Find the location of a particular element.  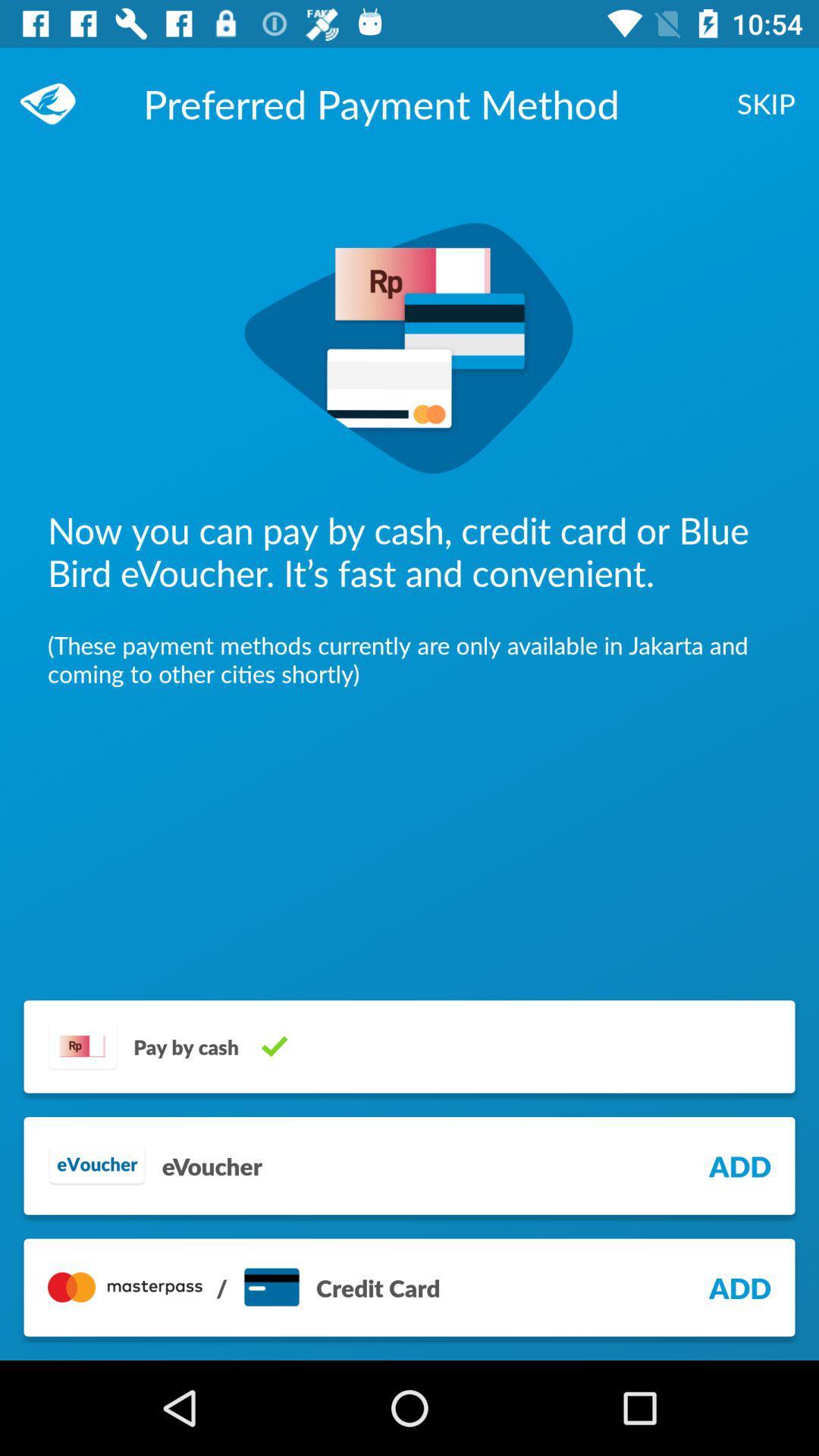

item next to preferred payment method is located at coordinates (766, 102).